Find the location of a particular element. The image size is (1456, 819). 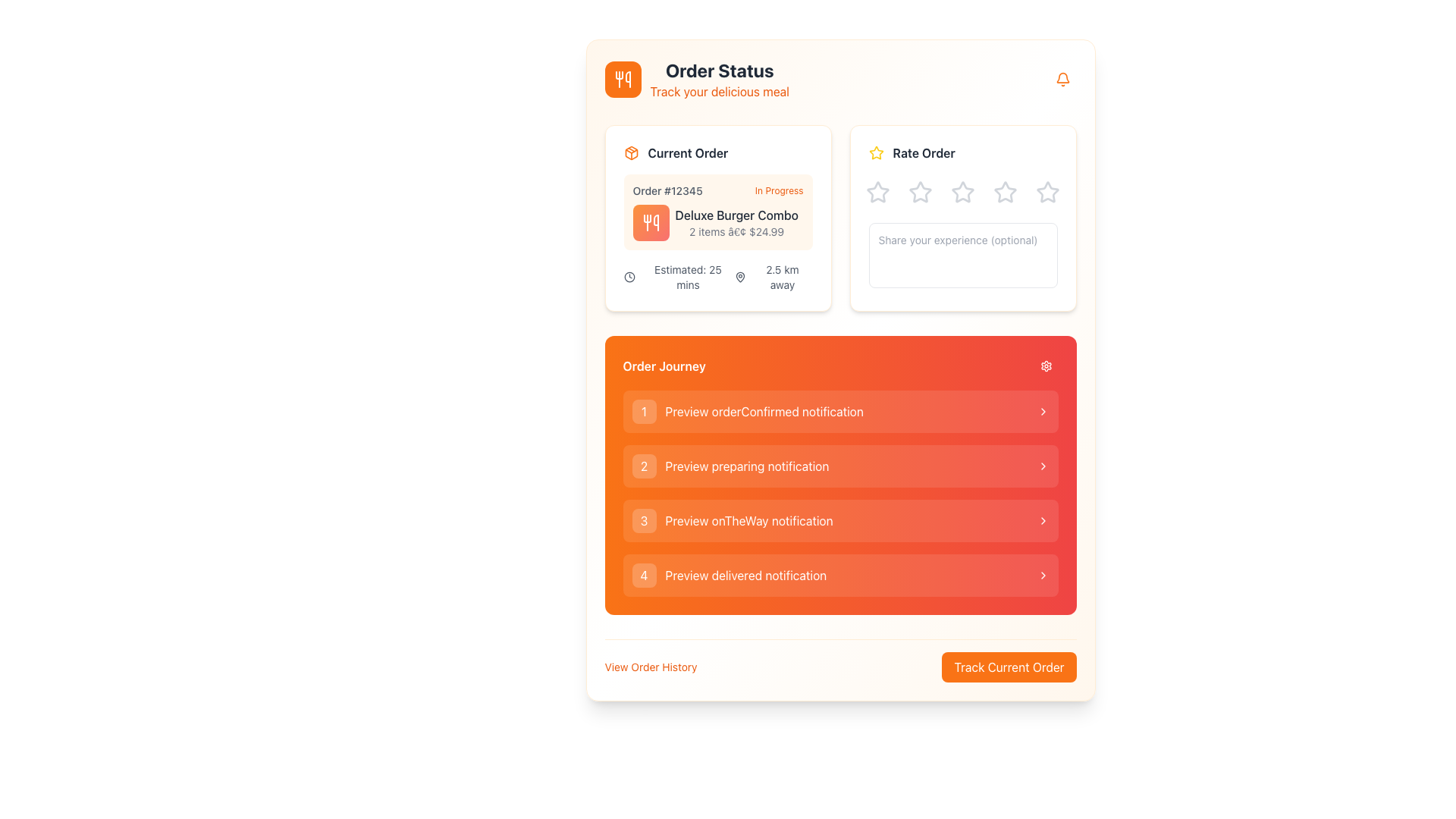

the 'Current Order' header with the package icon located at the top left corner of the order details card is located at coordinates (717, 152).